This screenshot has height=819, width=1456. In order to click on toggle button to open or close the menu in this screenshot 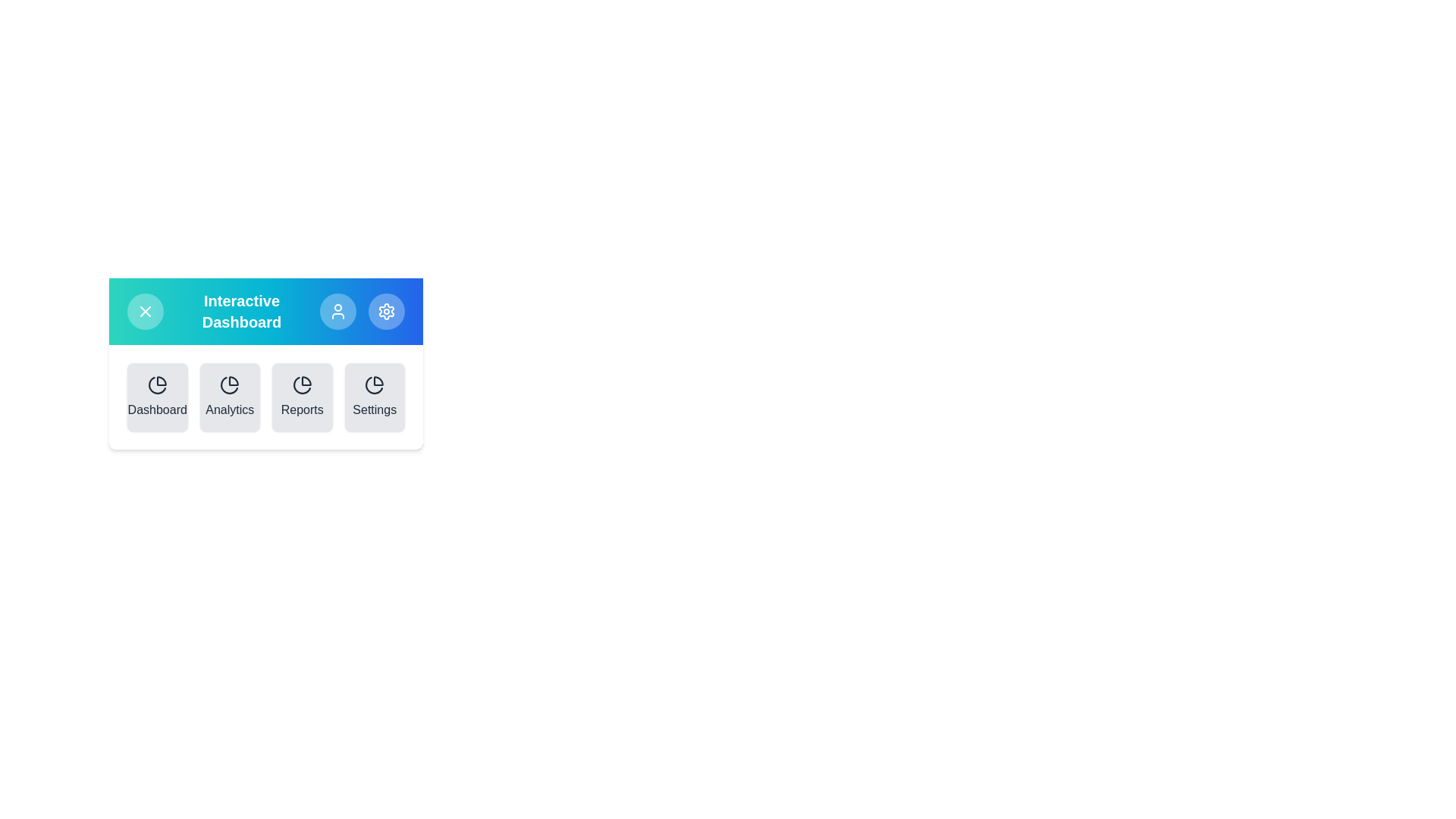, I will do `click(146, 311)`.